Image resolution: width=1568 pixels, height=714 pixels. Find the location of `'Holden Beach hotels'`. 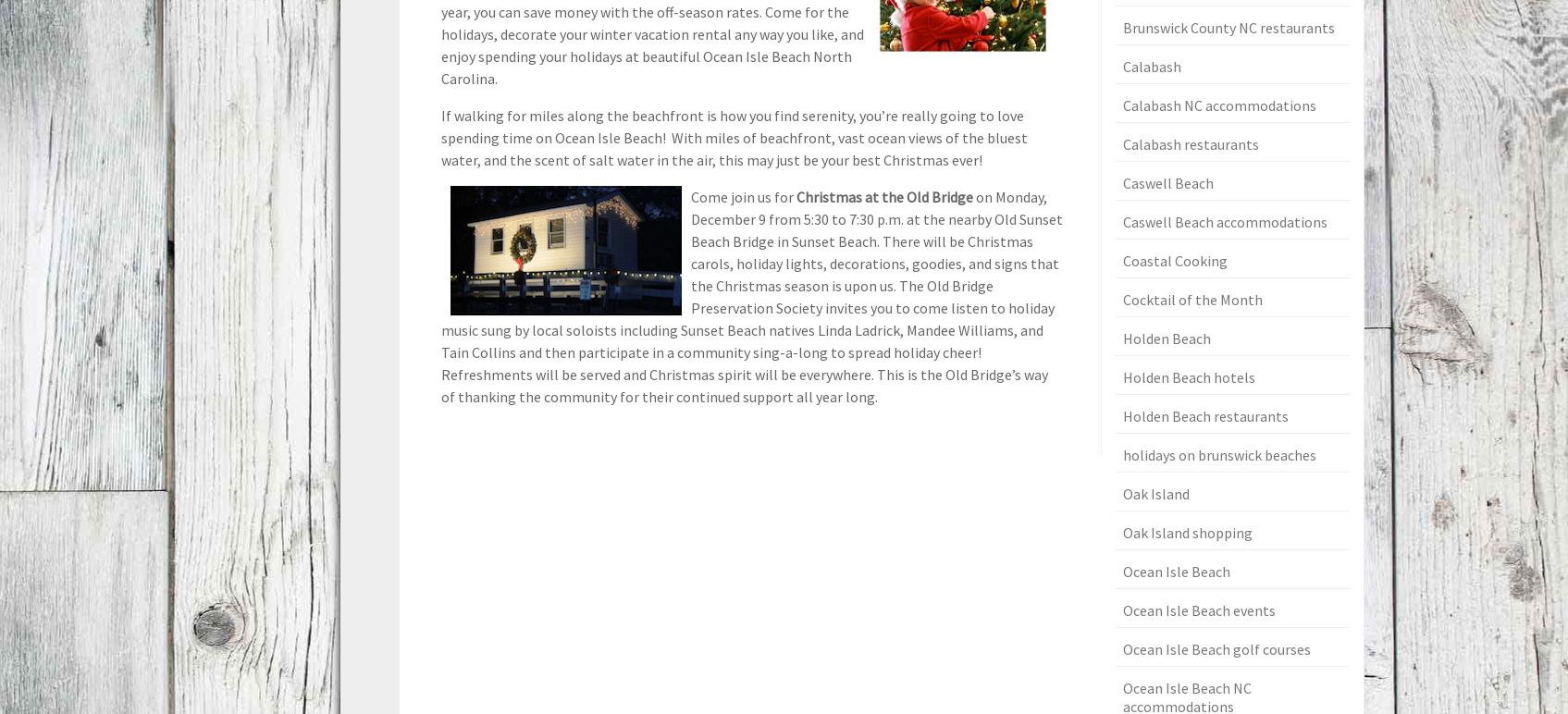

'Holden Beach hotels' is located at coordinates (1187, 375).